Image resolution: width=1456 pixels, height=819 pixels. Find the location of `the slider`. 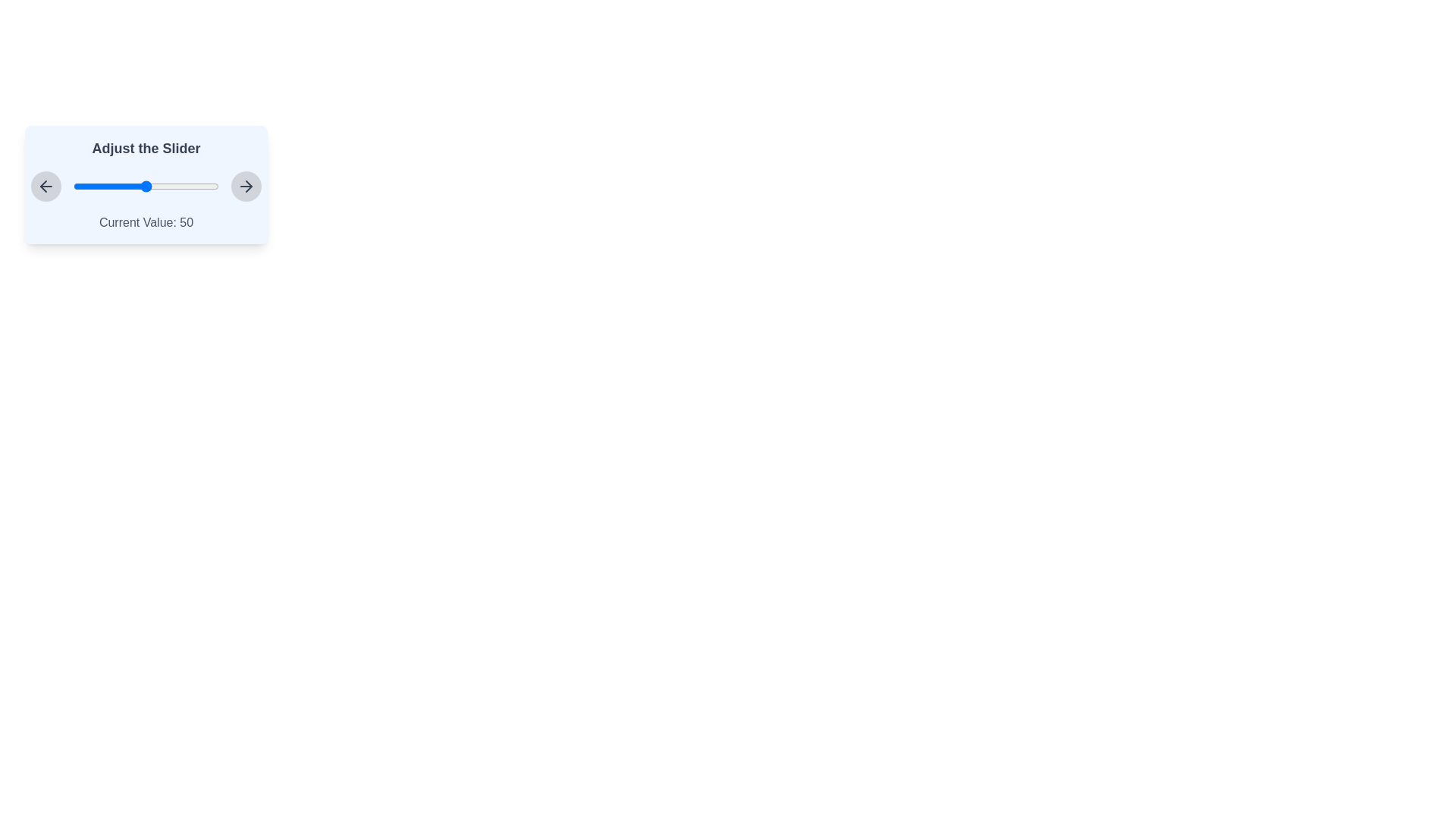

the slider is located at coordinates (178, 186).